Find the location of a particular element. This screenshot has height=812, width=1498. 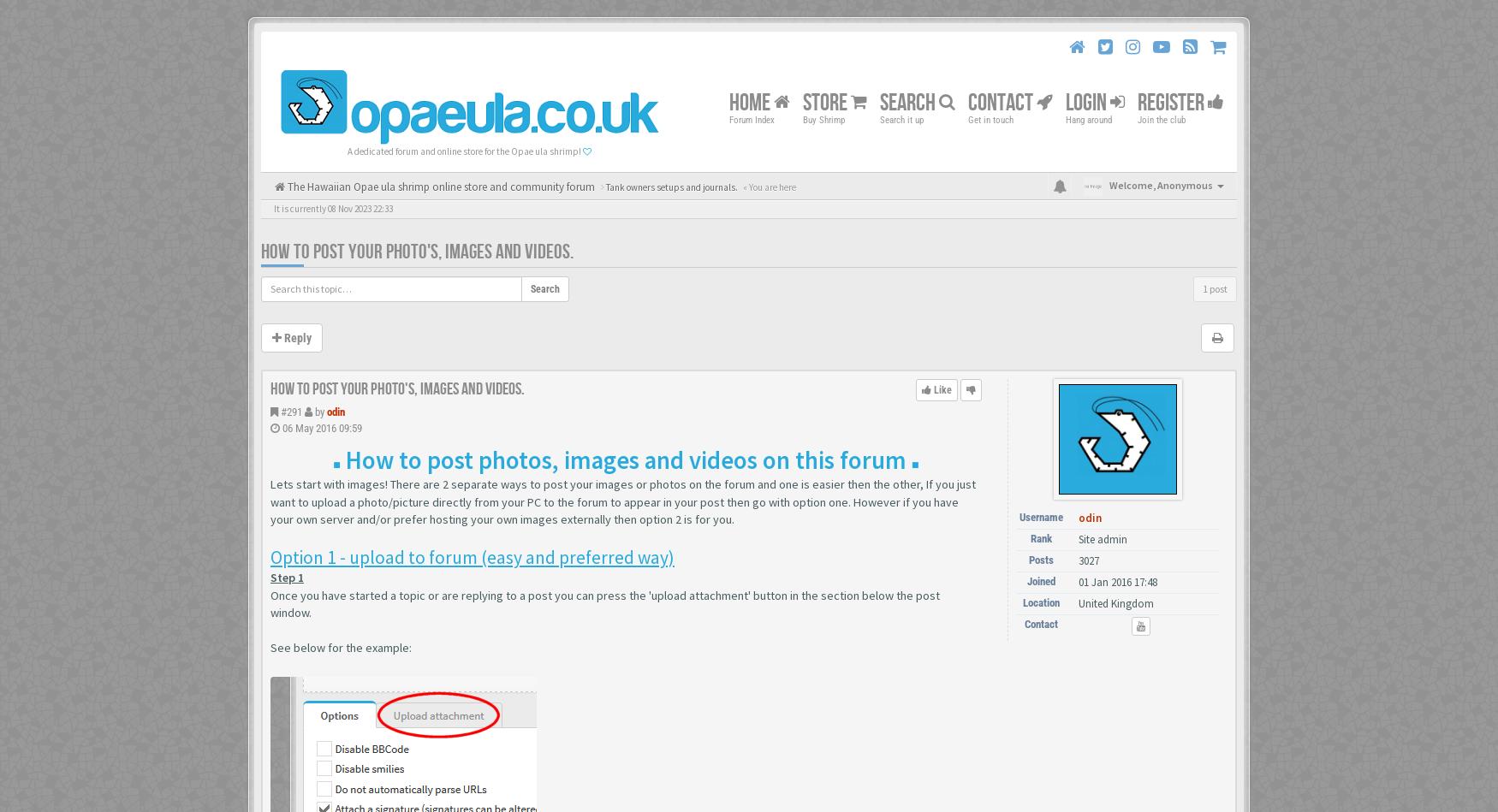

'Rank' is located at coordinates (1041, 537).